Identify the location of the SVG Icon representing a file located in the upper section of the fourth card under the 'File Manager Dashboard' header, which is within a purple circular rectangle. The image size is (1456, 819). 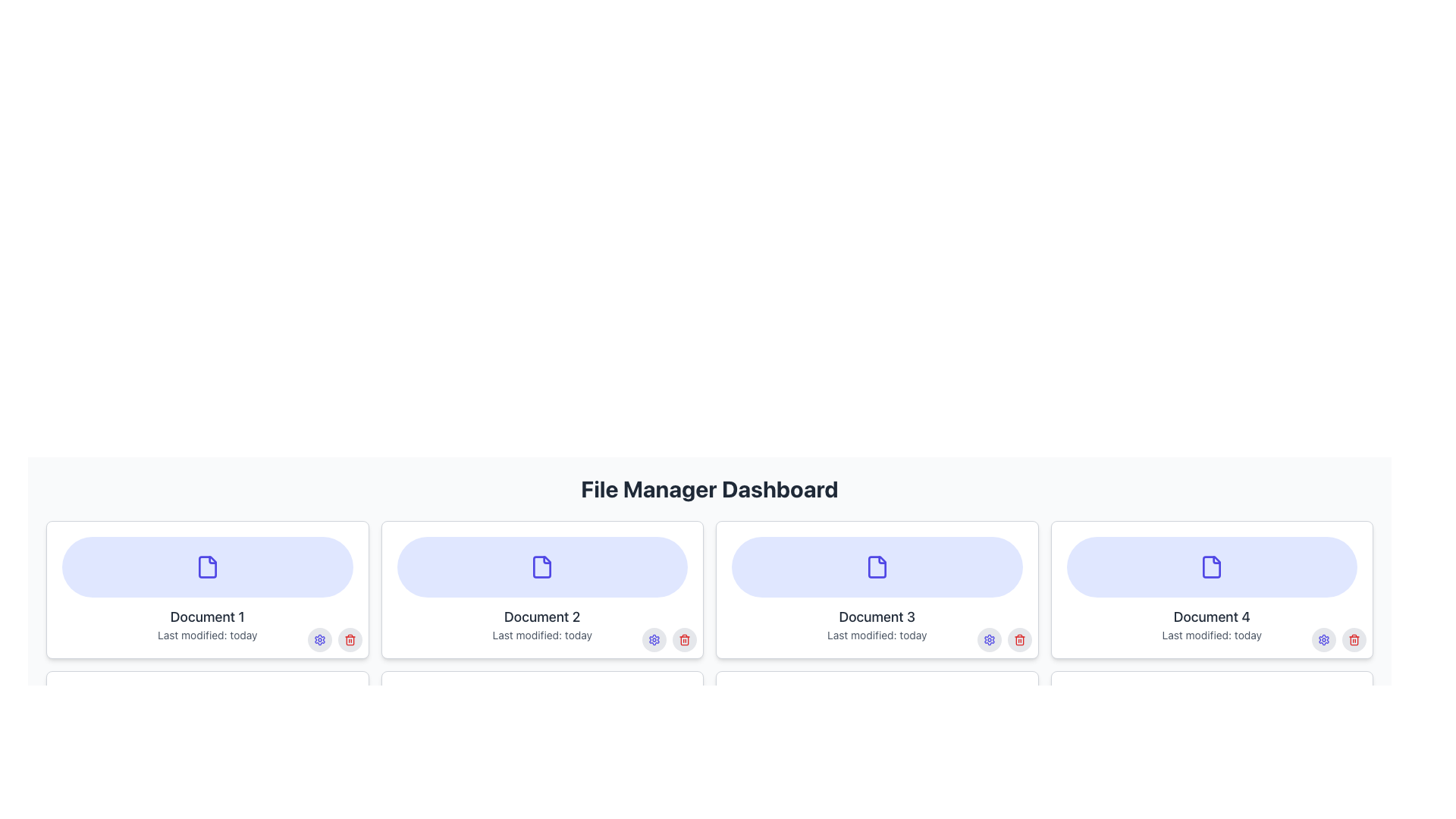
(1211, 567).